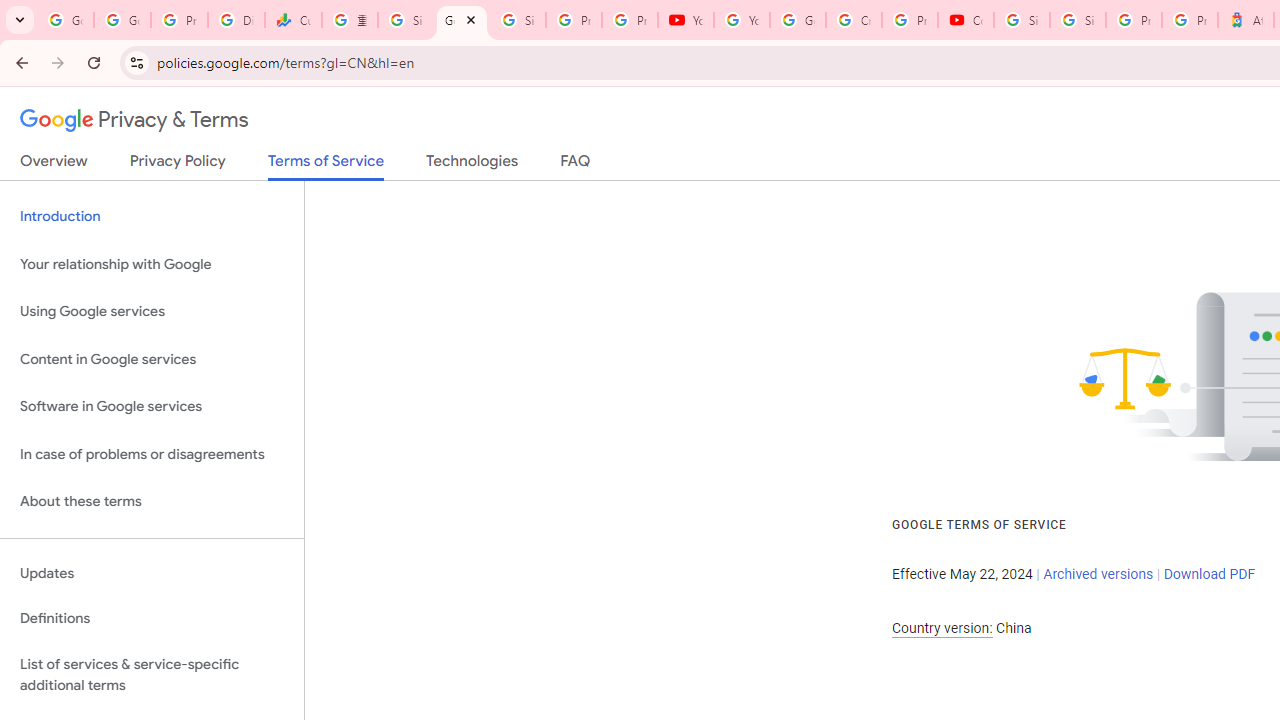  I want to click on 'Google Account Help', so click(797, 20).